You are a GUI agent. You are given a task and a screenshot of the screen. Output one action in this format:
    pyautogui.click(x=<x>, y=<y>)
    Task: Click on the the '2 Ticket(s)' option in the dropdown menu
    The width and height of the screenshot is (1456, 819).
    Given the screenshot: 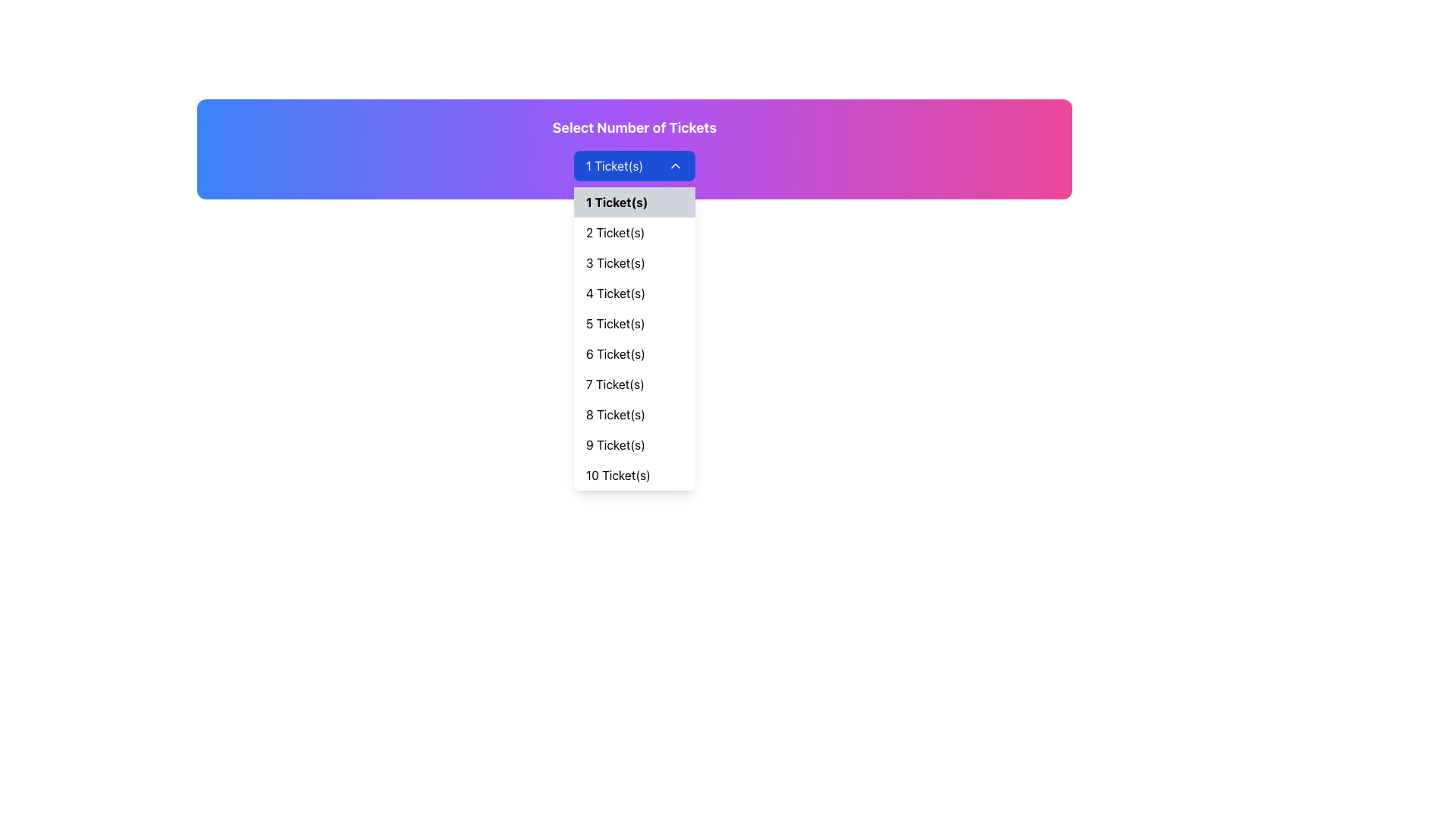 What is the action you would take?
    pyautogui.click(x=634, y=233)
    